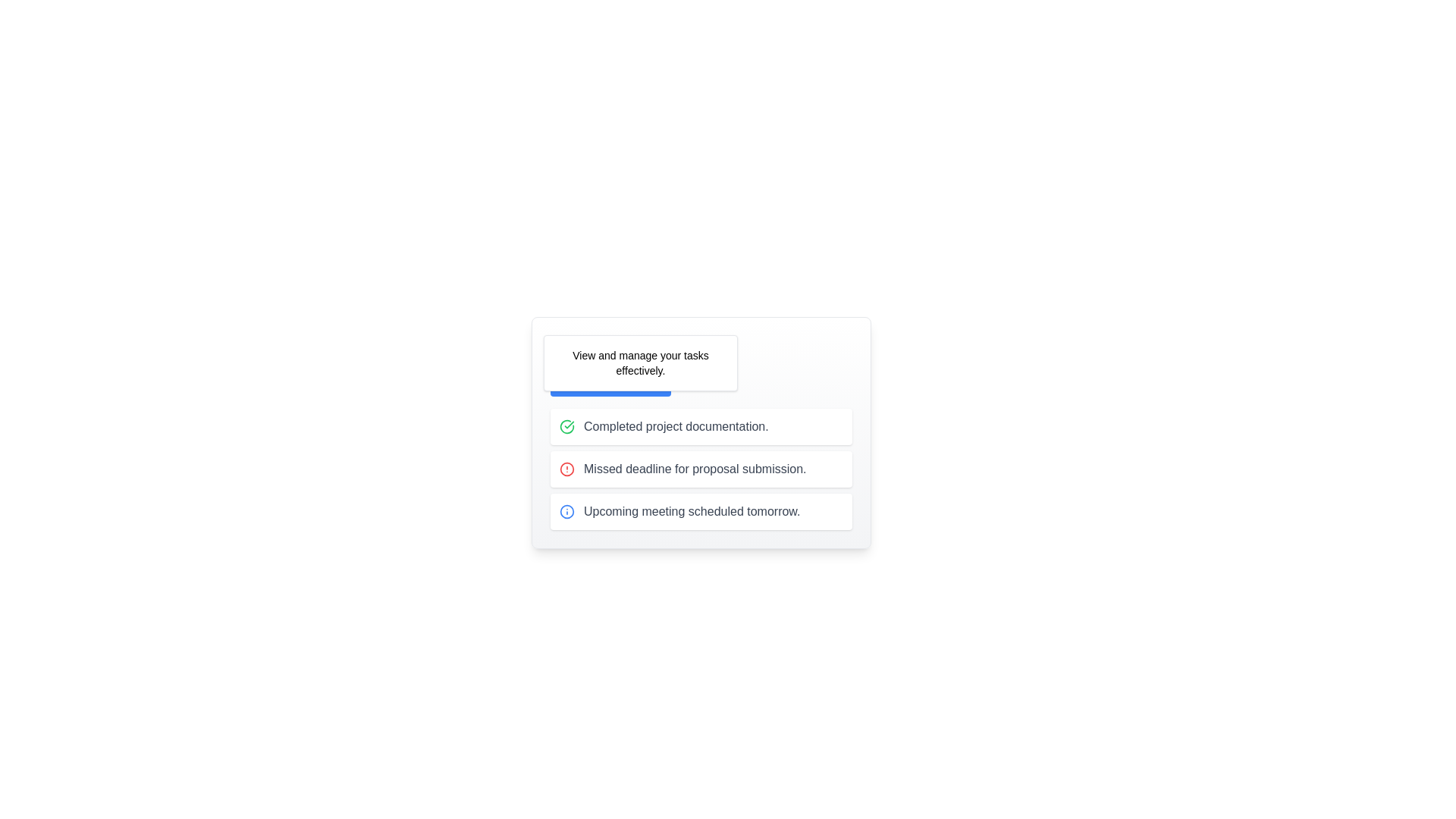 This screenshot has height=819, width=1456. Describe the element at coordinates (675, 427) in the screenshot. I see `the text label that says 'Completed project documentation.' which is styled in gray font and positioned next to a green checkmark icon, indicating completion` at that location.